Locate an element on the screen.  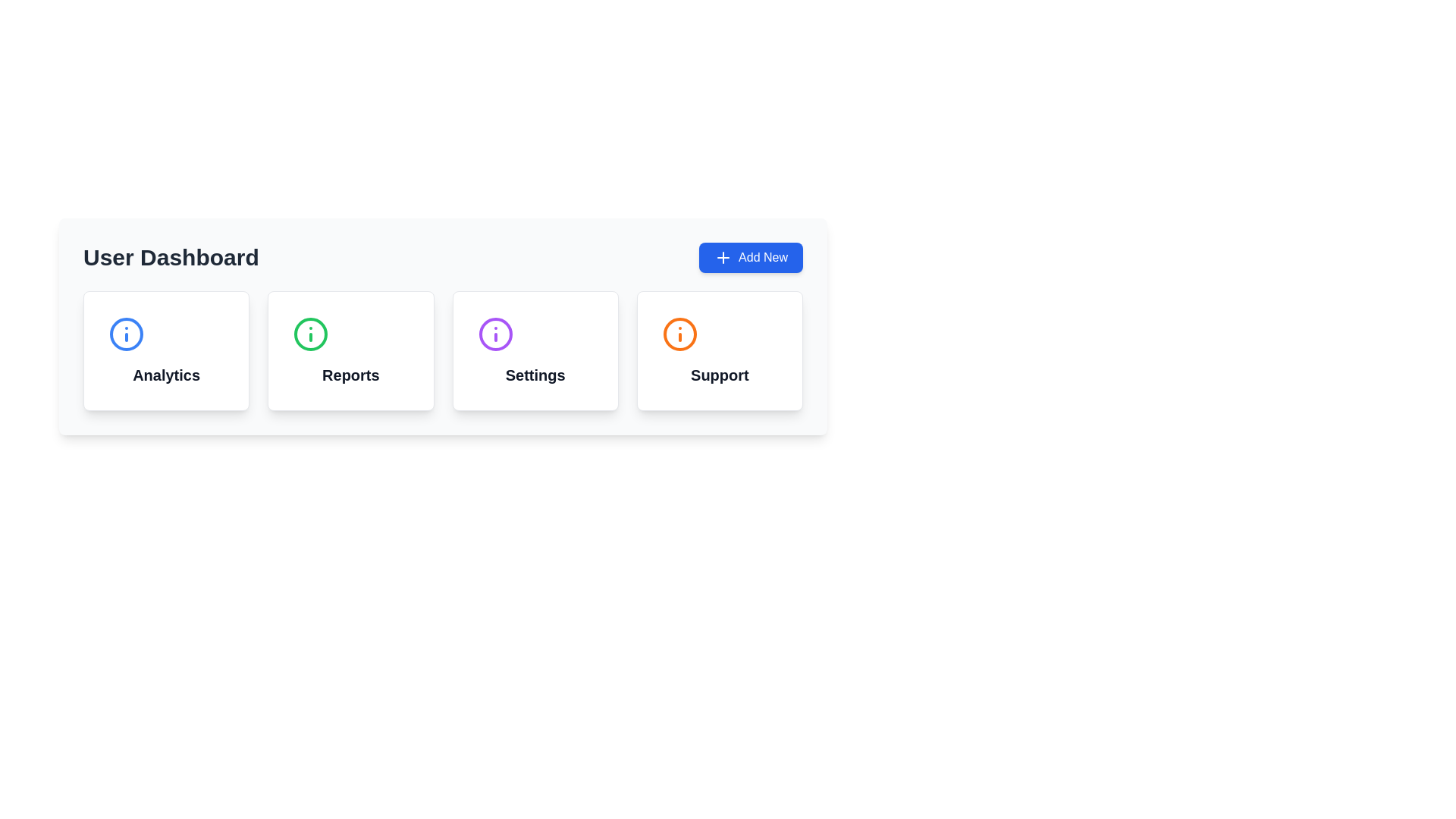
the informational icon in the Analytics card on the User Dashboard, located at the far left of the row is located at coordinates (127, 333).